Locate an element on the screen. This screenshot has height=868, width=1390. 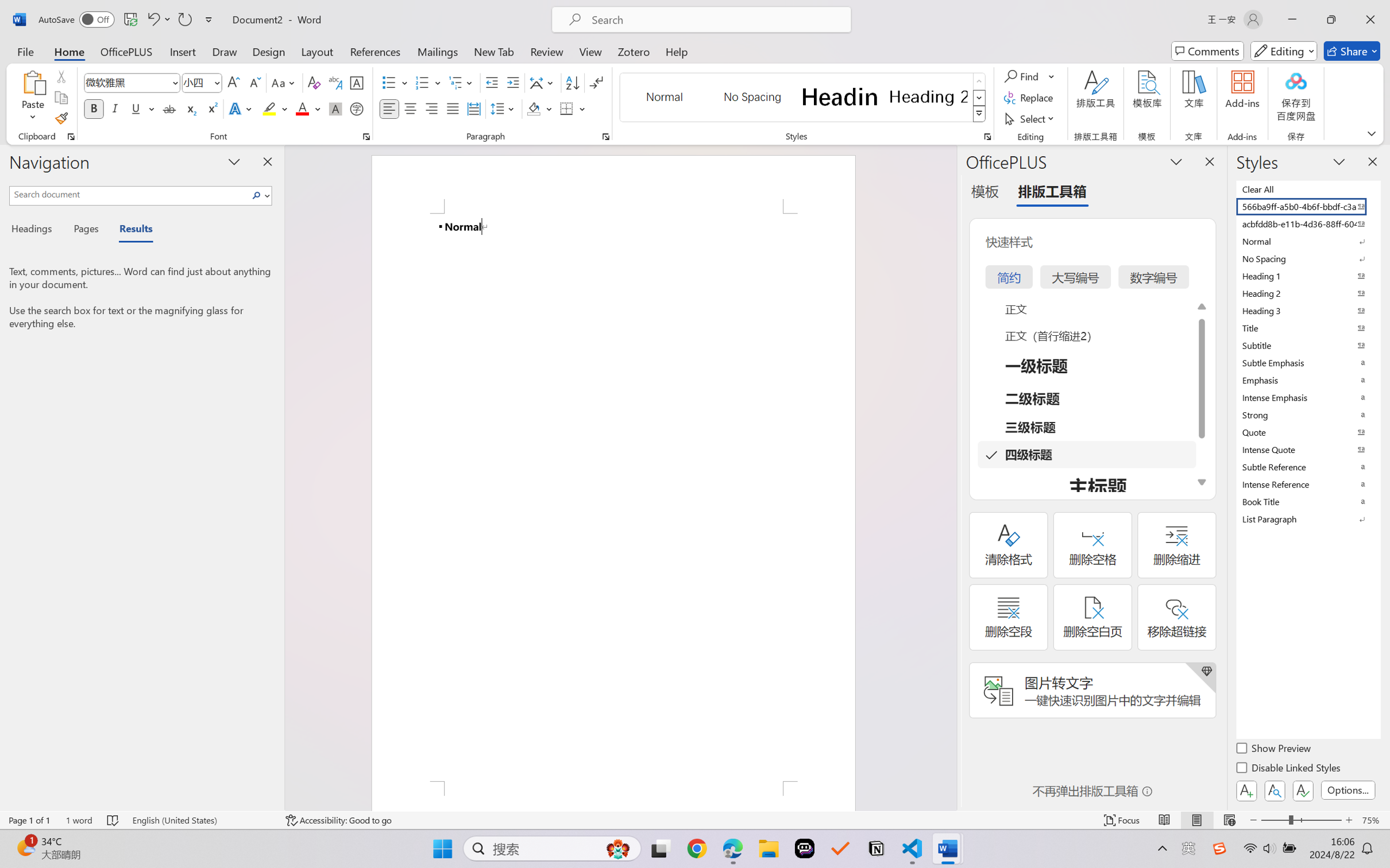
'acbfdd8b-e11b-4d36-88ff-6049b138f862' is located at coordinates (1307, 223).